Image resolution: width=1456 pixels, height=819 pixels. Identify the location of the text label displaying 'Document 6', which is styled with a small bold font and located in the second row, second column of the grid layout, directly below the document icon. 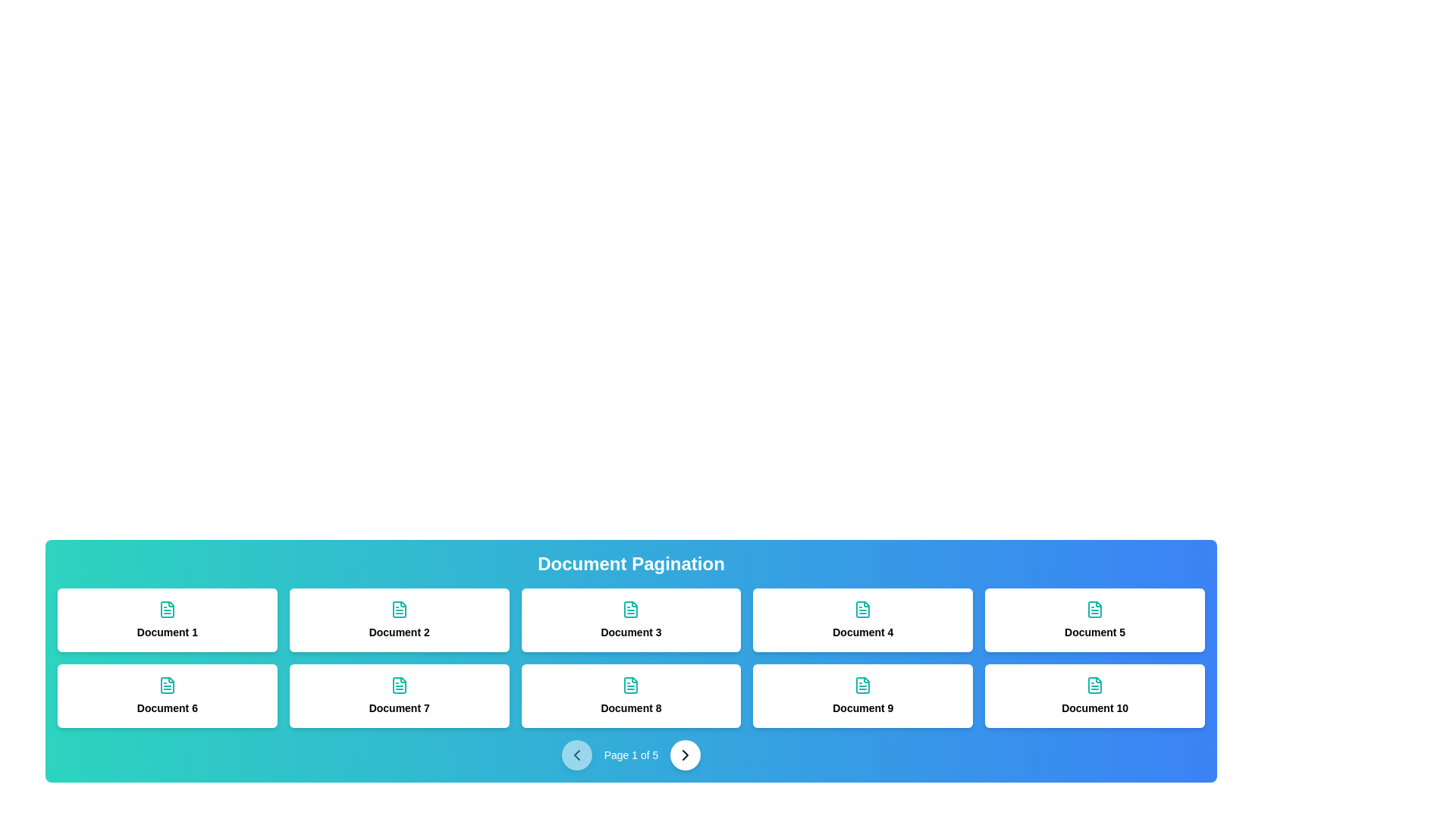
(167, 708).